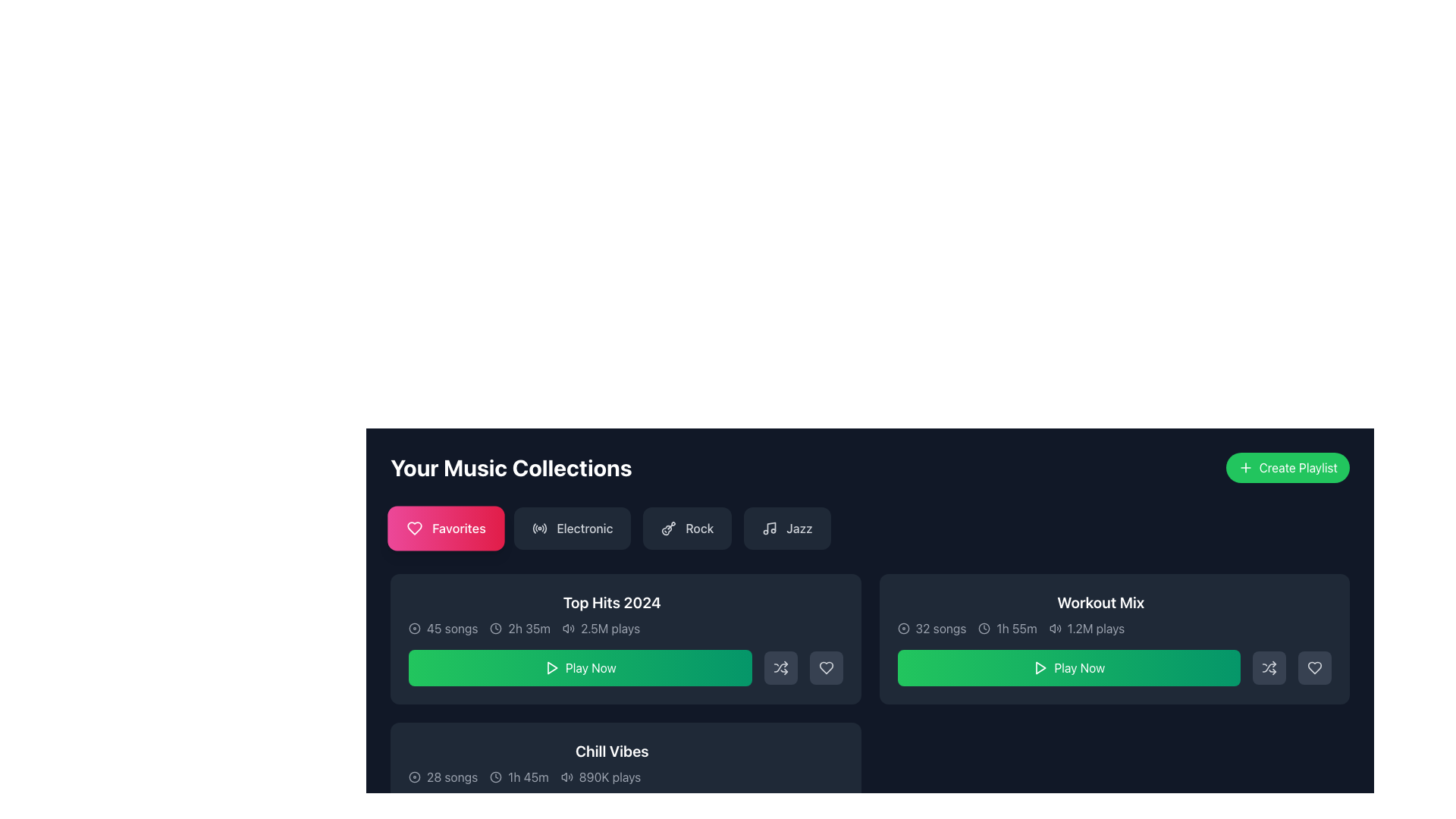 The image size is (1456, 819). Describe the element at coordinates (828, 755) in the screenshot. I see `the small circular button with a dark gray background located at the upper-right corner of the 'Chill Vibes' section in the 'Your Music Collections' interface` at that location.